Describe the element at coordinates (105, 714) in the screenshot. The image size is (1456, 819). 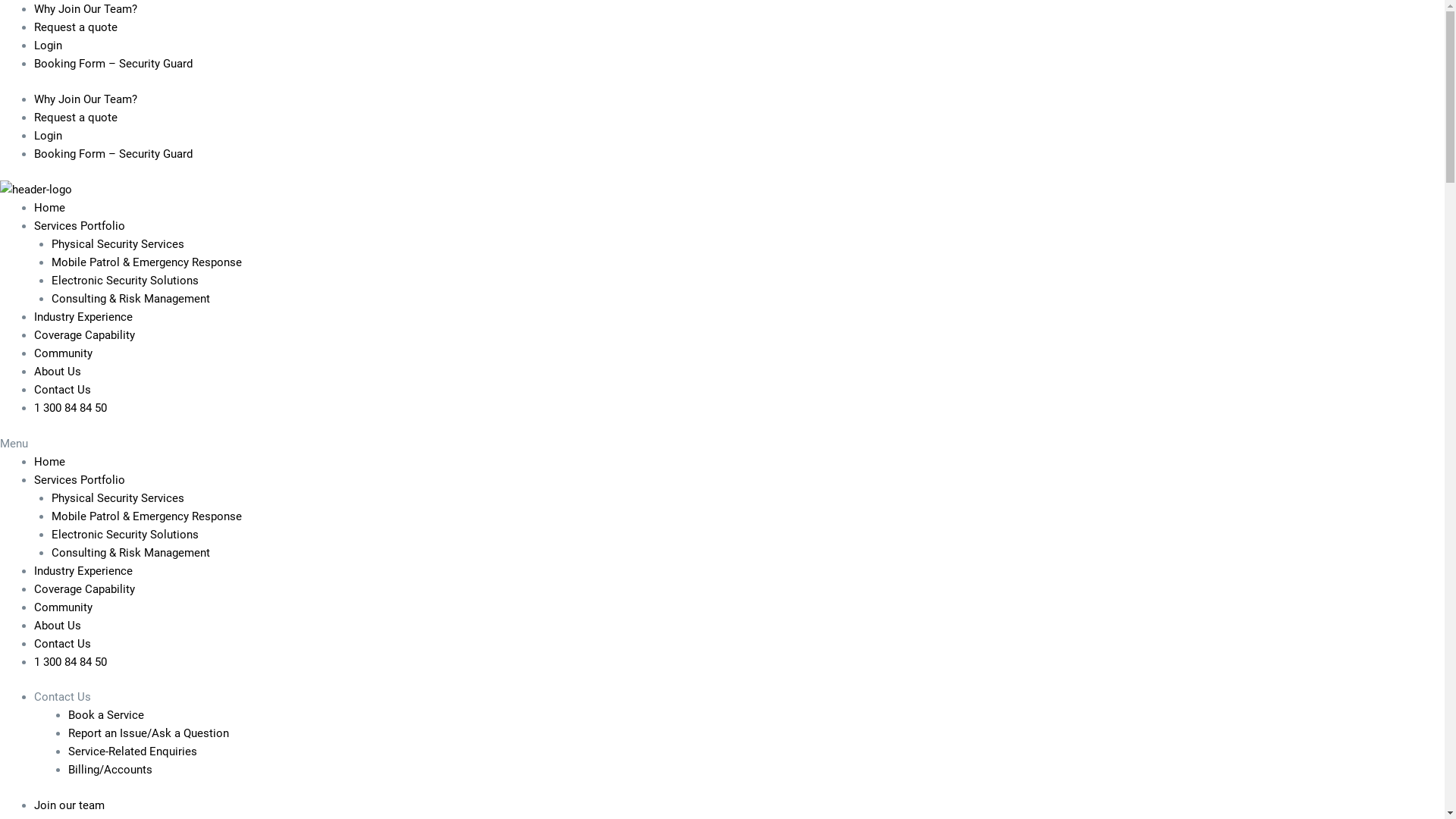
I see `'Book a Service'` at that location.